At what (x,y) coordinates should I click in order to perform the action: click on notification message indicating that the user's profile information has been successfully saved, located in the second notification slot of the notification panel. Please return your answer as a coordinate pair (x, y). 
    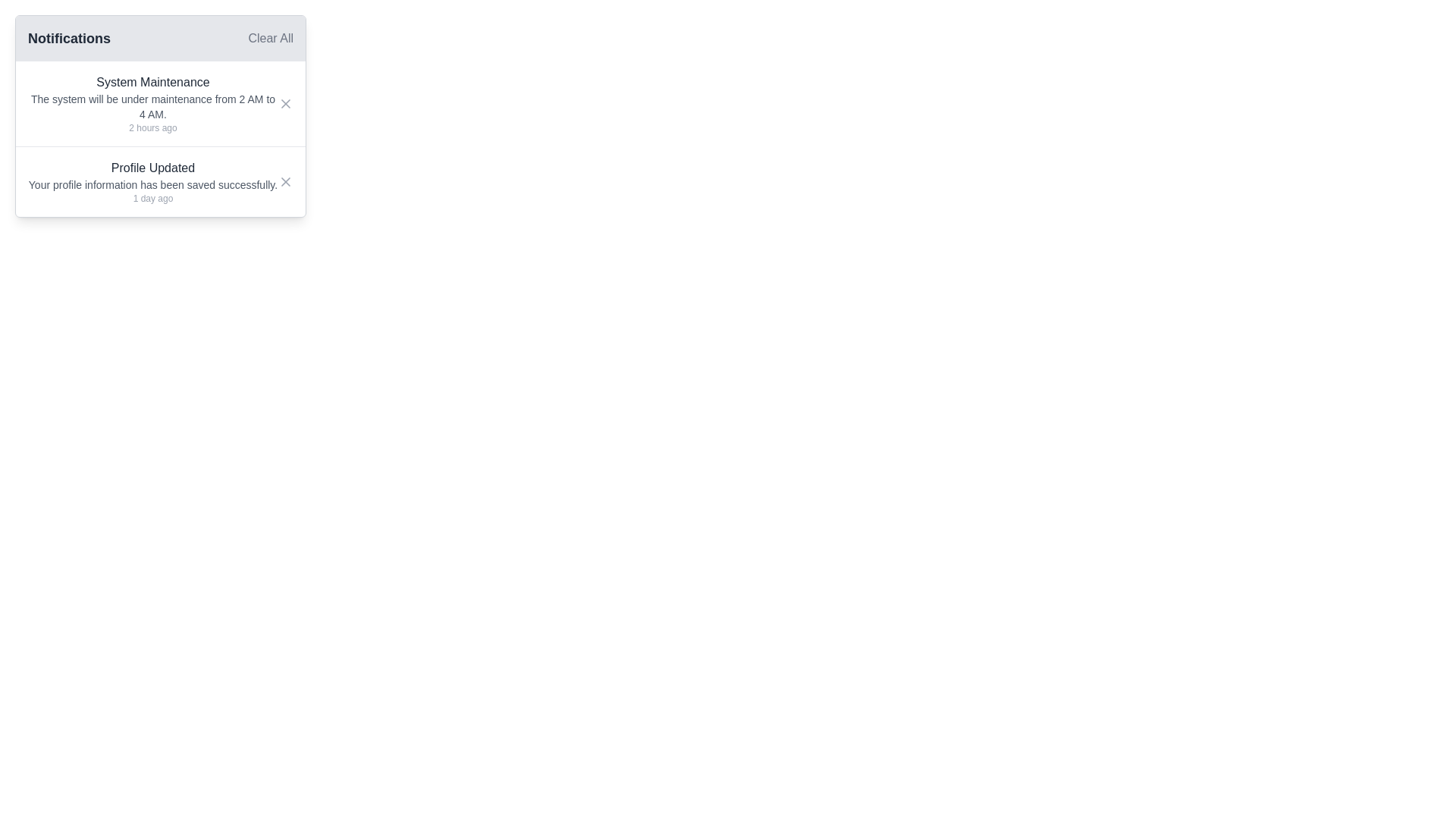
    Looking at the image, I should click on (152, 180).